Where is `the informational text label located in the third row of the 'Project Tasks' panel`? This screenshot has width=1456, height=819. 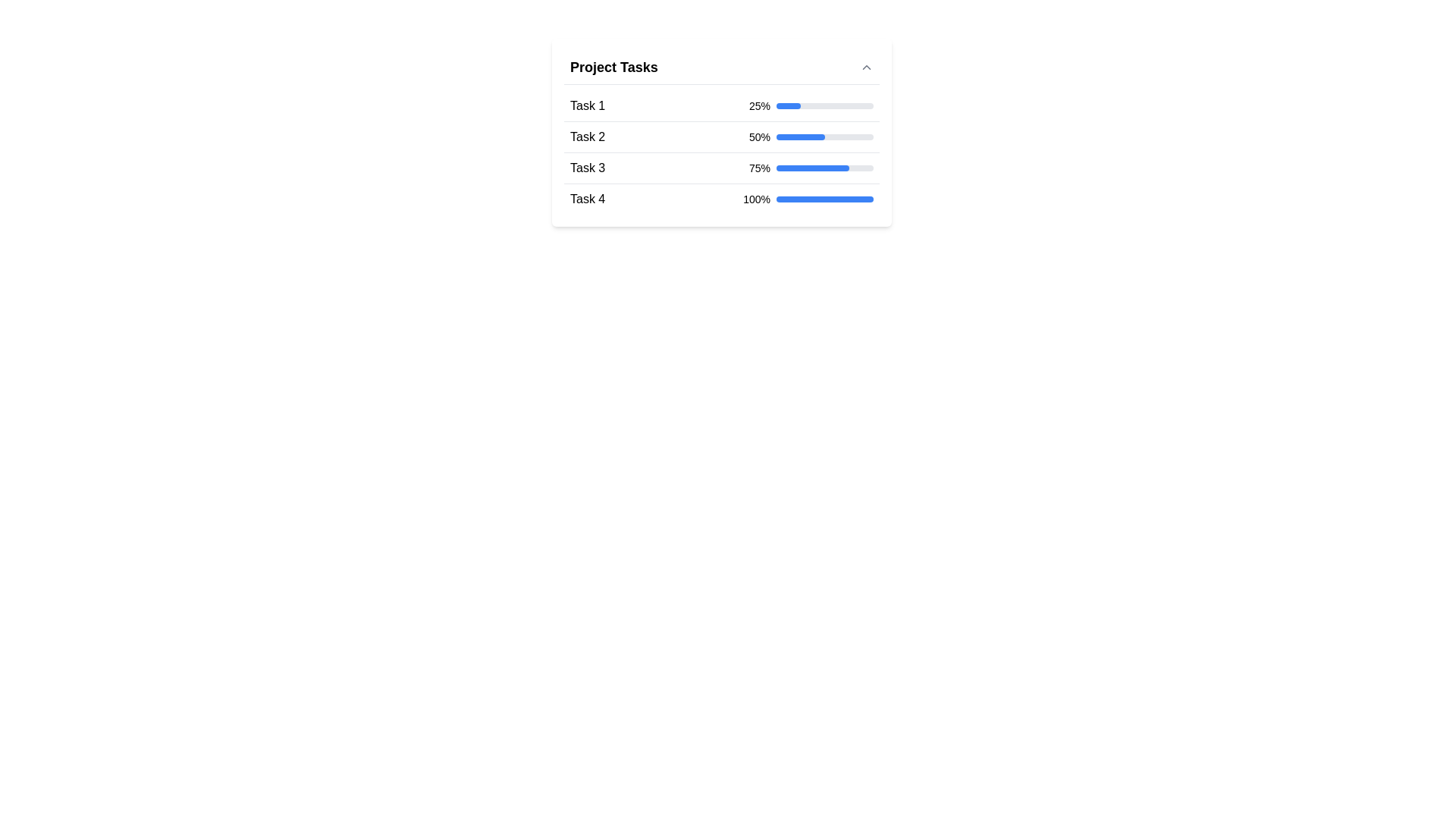 the informational text label located in the third row of the 'Project Tasks' panel is located at coordinates (586, 168).